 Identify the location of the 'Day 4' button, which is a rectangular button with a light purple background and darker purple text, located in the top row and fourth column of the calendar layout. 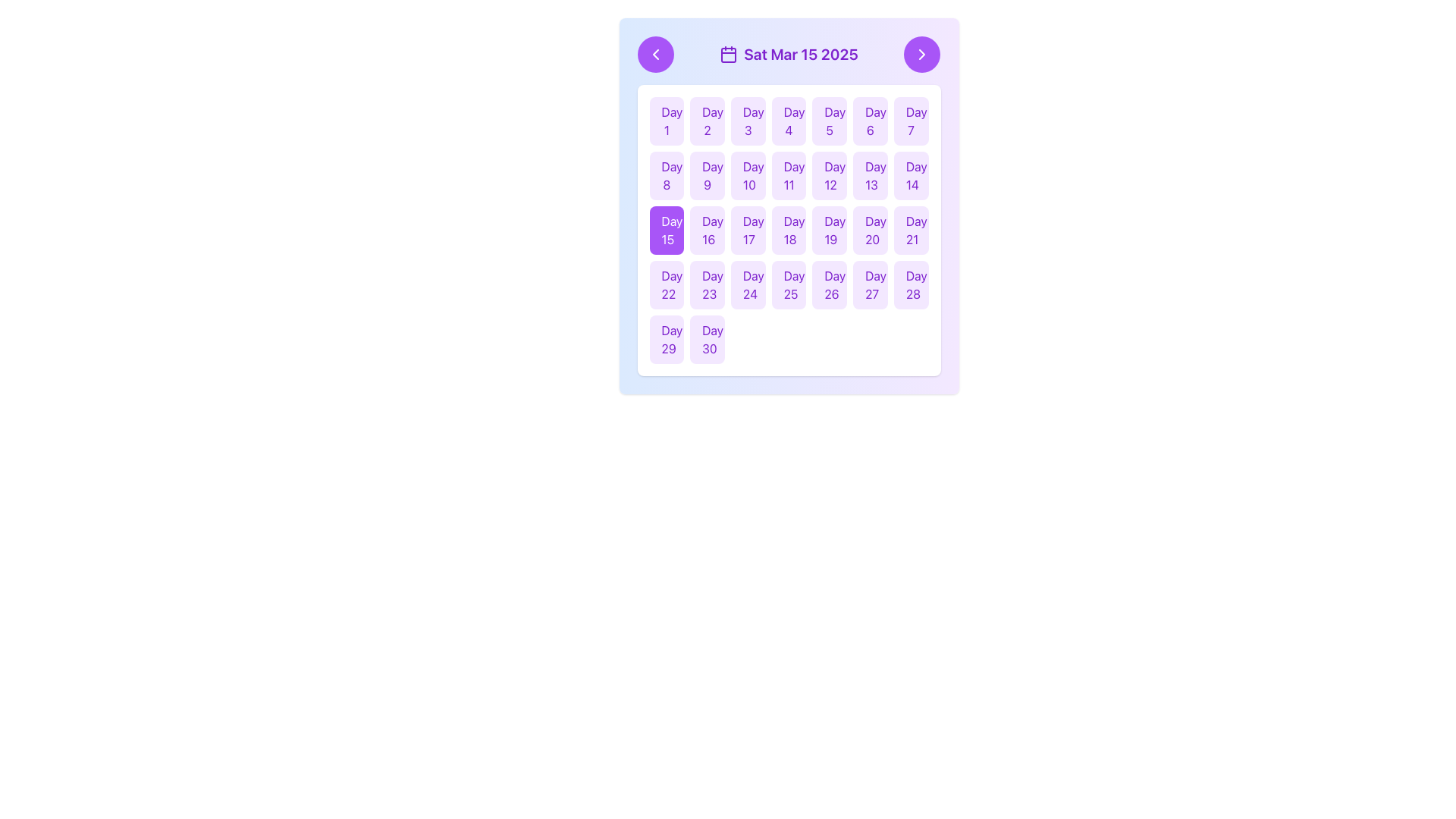
(789, 120).